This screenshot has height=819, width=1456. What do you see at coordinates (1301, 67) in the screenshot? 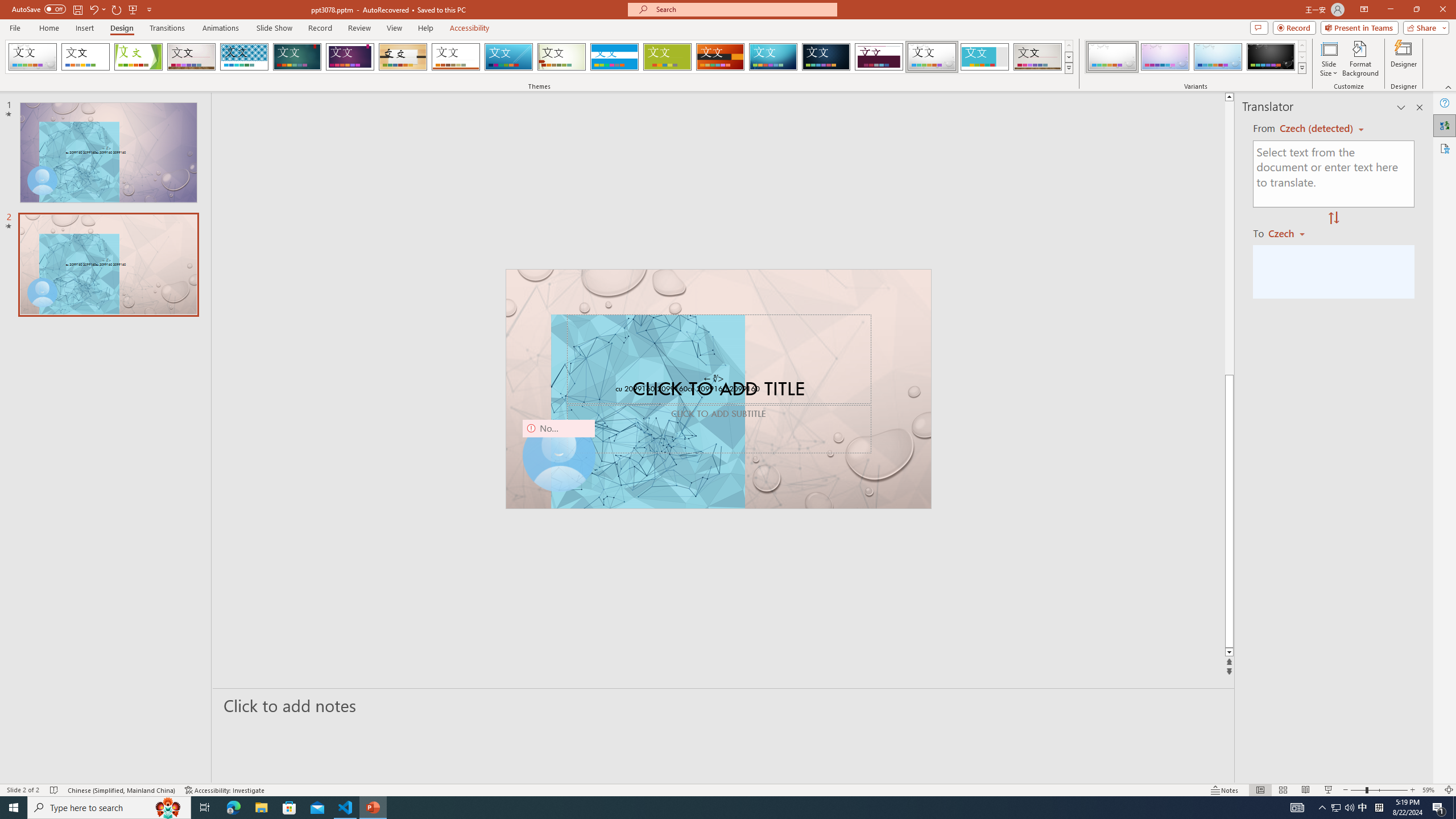
I see `'Variants'` at bounding box center [1301, 67].